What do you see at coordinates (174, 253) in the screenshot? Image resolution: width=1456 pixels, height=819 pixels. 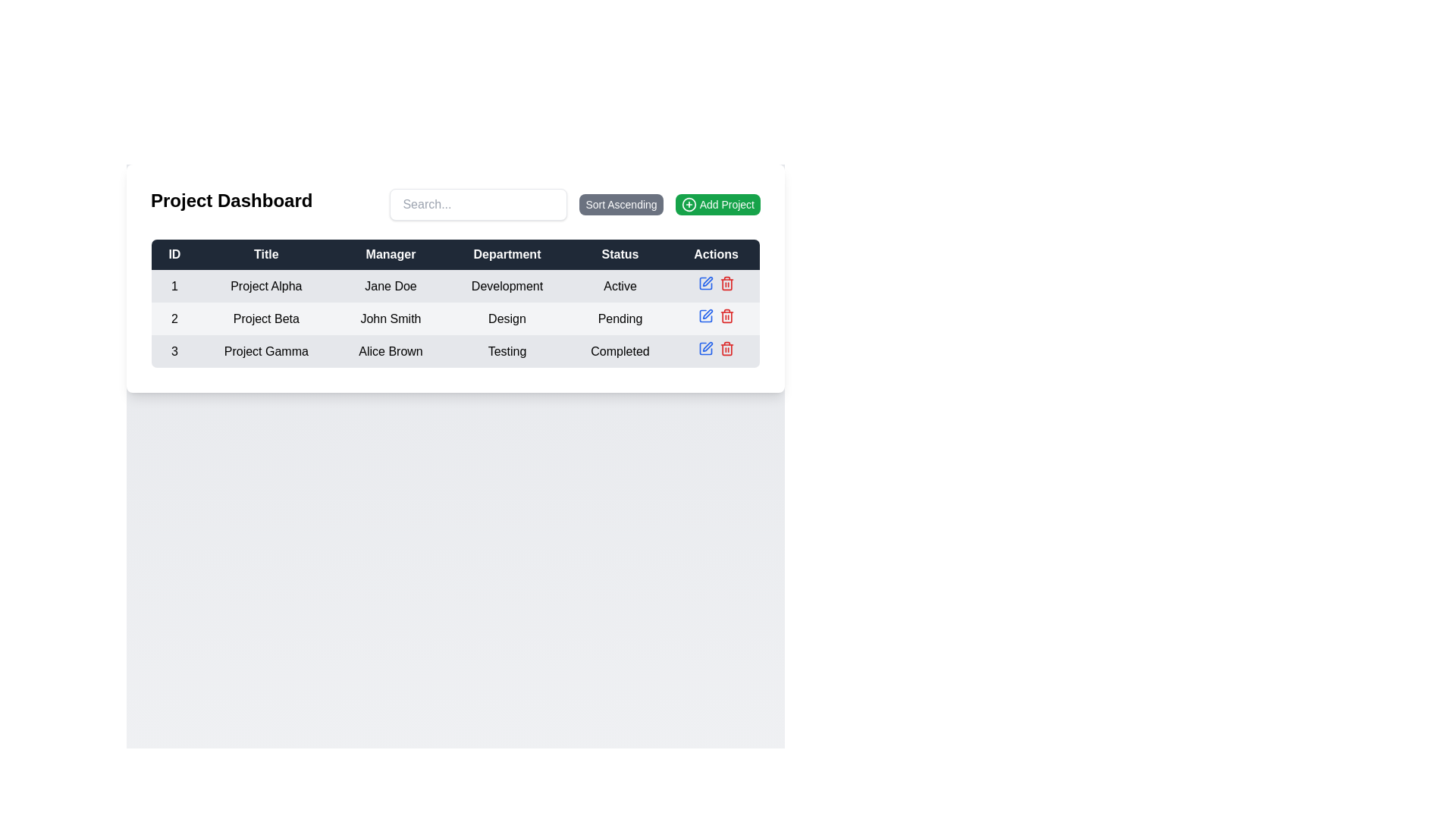 I see `the 'ID' table header, which is the first column header of the table, located within a dark-colored header bar and preceding the 'Title' header` at bounding box center [174, 253].